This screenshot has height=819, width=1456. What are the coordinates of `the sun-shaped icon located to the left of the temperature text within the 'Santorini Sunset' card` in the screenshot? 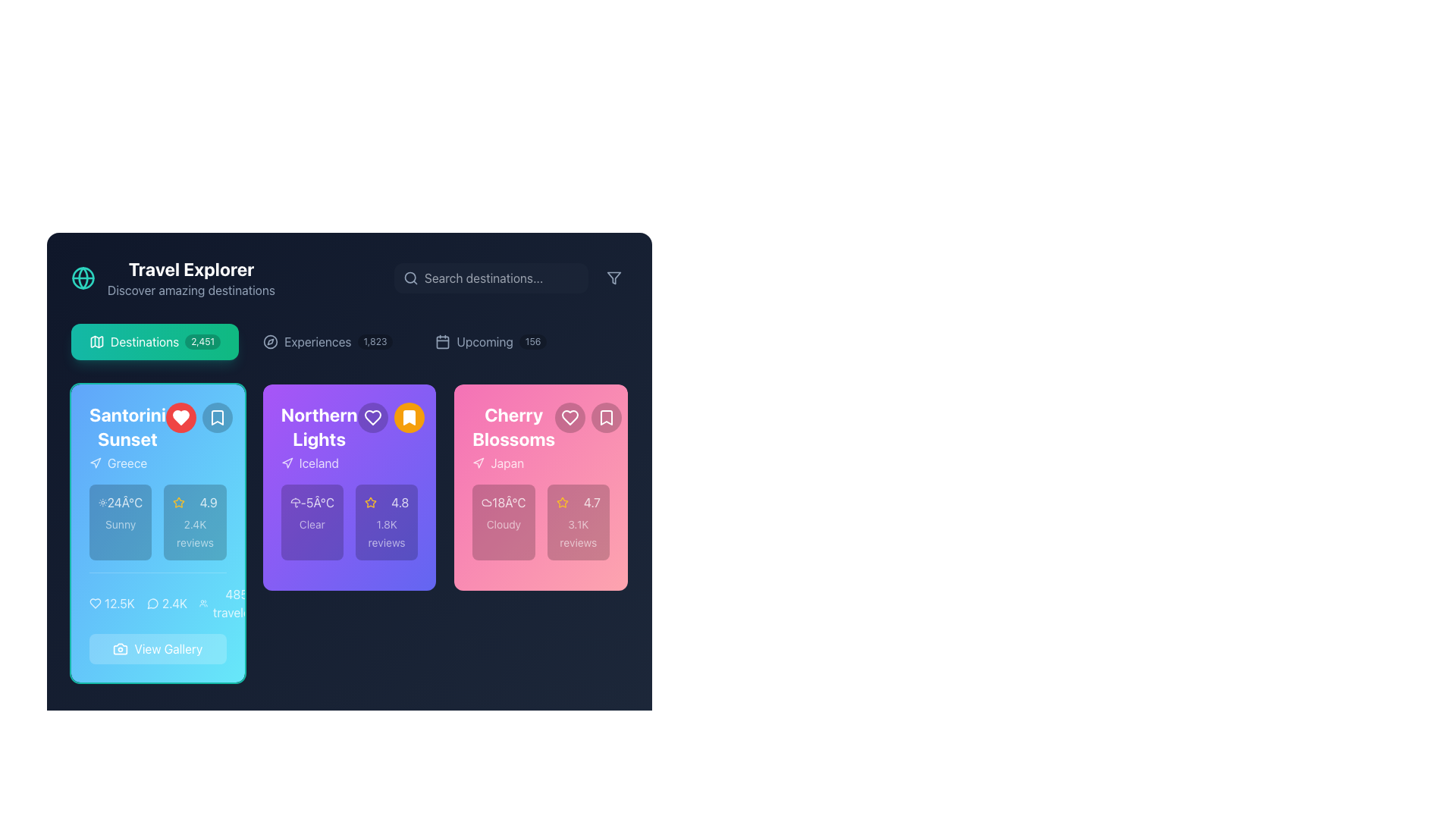 It's located at (102, 503).